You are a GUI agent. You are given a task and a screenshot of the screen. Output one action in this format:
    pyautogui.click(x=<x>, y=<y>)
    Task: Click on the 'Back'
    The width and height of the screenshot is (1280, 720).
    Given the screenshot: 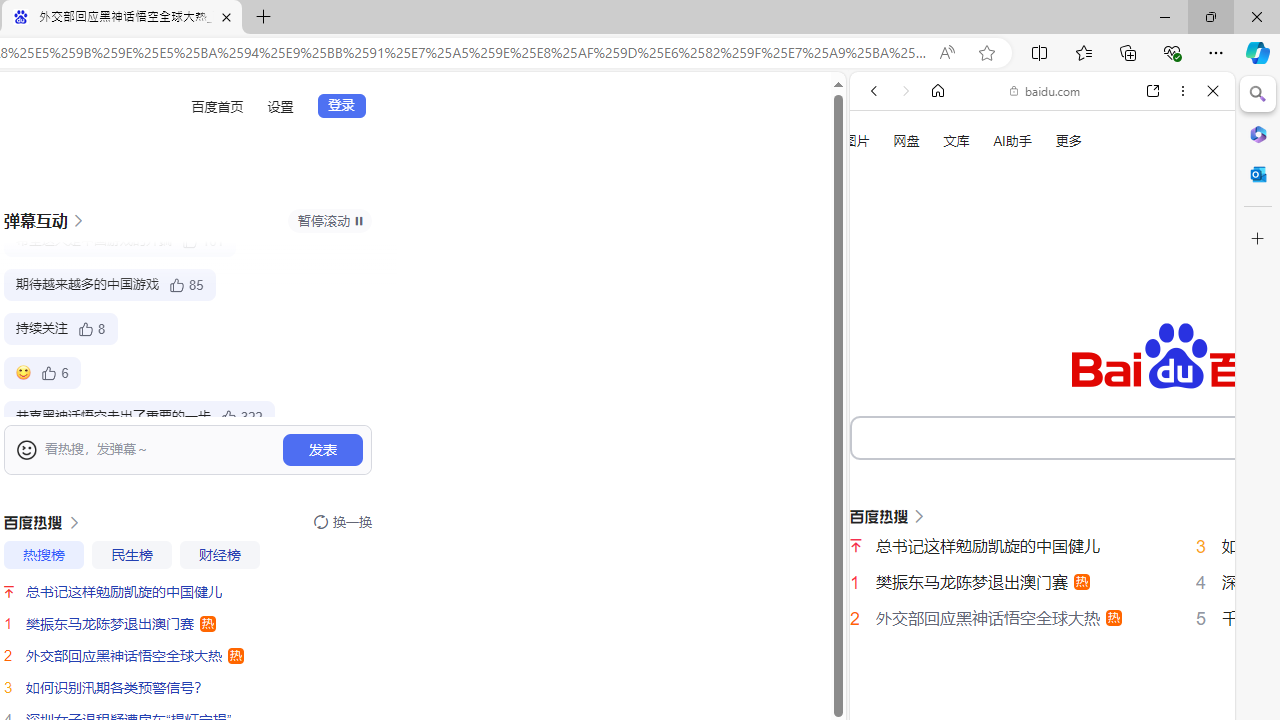 What is the action you would take?
    pyautogui.click(x=874, y=91)
    